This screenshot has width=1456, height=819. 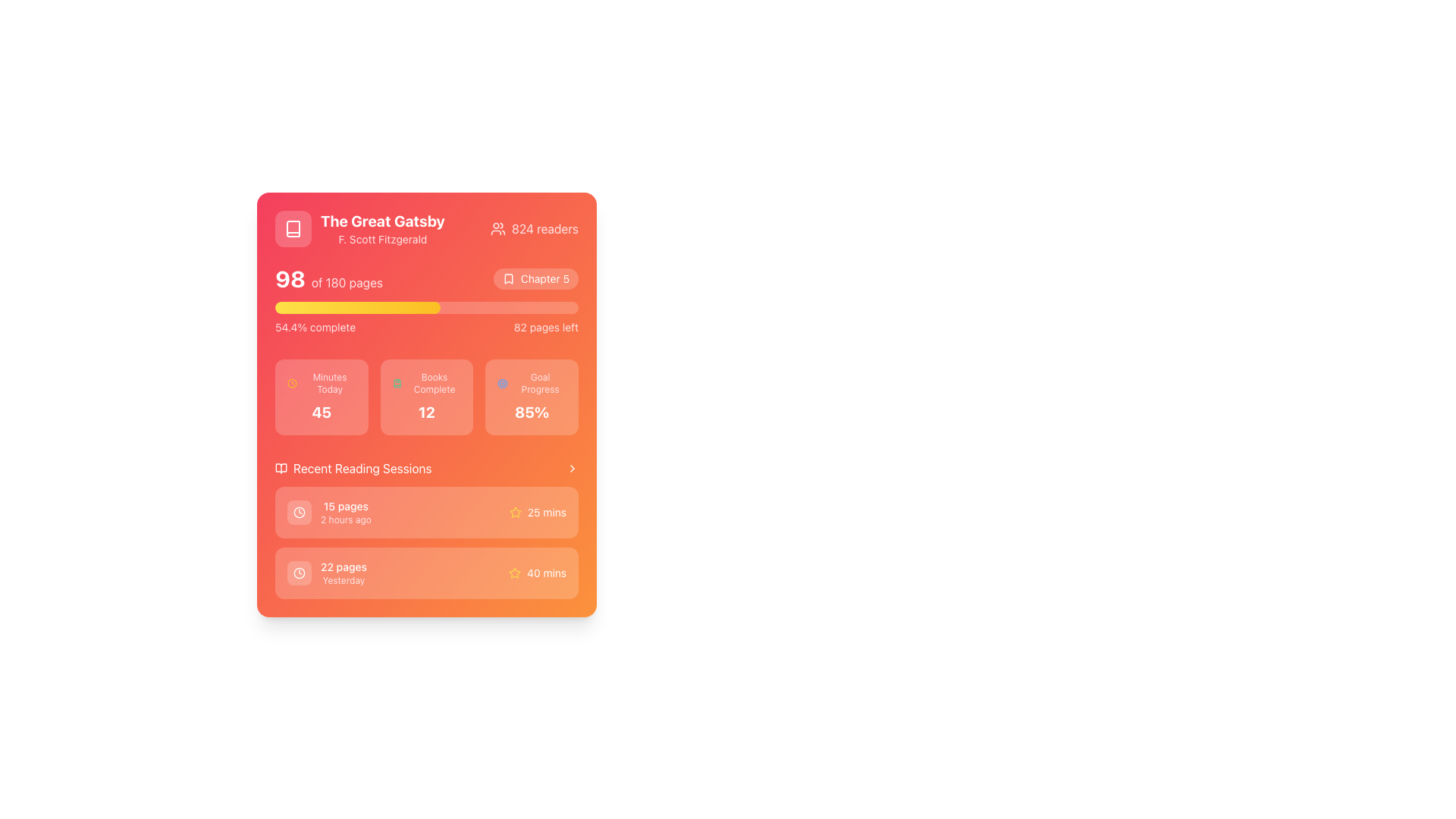 I want to click on the navigation icon located to the far right of the 'Recent Reading Sessions' header, so click(x=571, y=467).